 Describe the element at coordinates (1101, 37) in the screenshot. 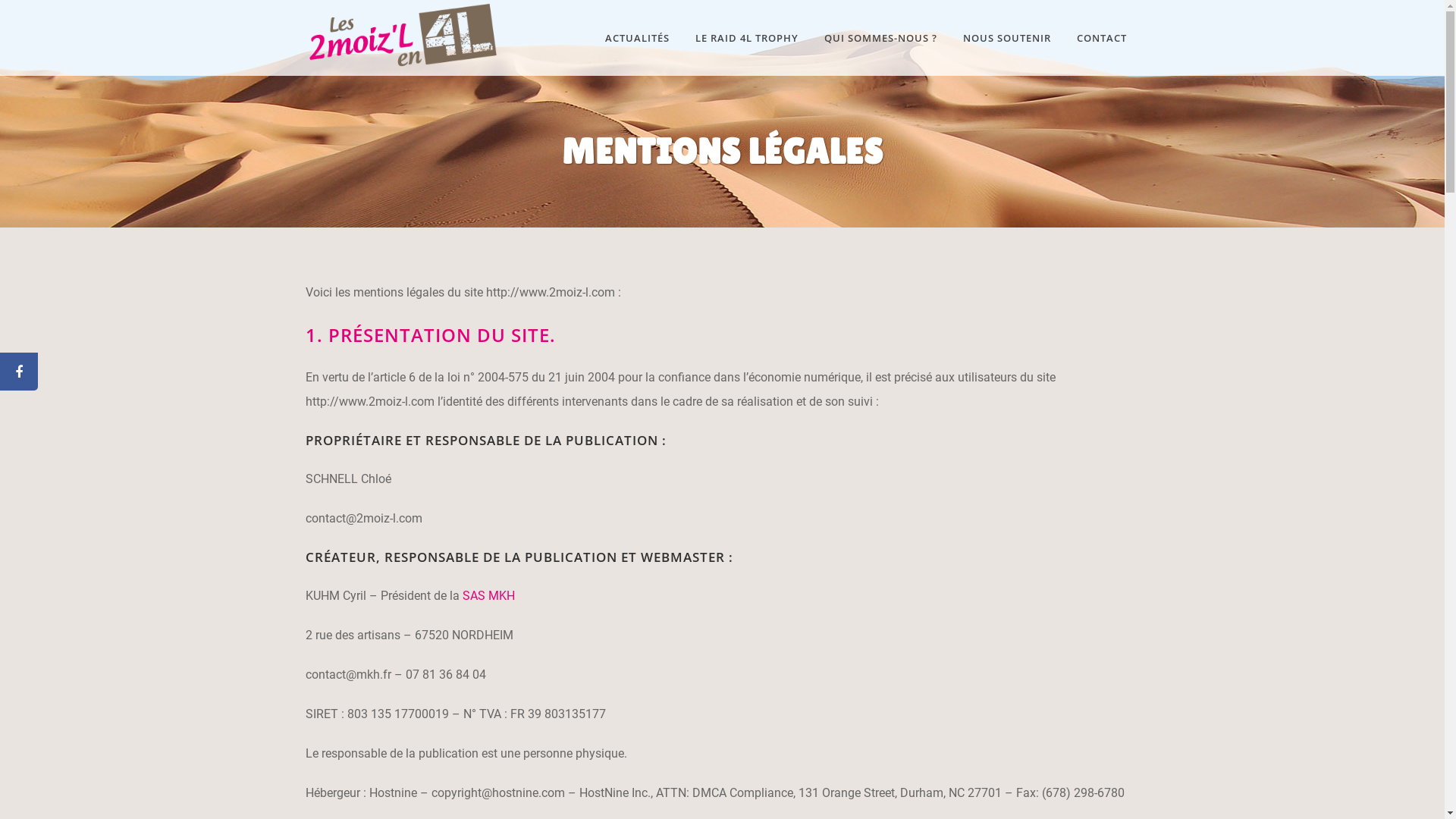

I see `'CONTACT'` at that location.